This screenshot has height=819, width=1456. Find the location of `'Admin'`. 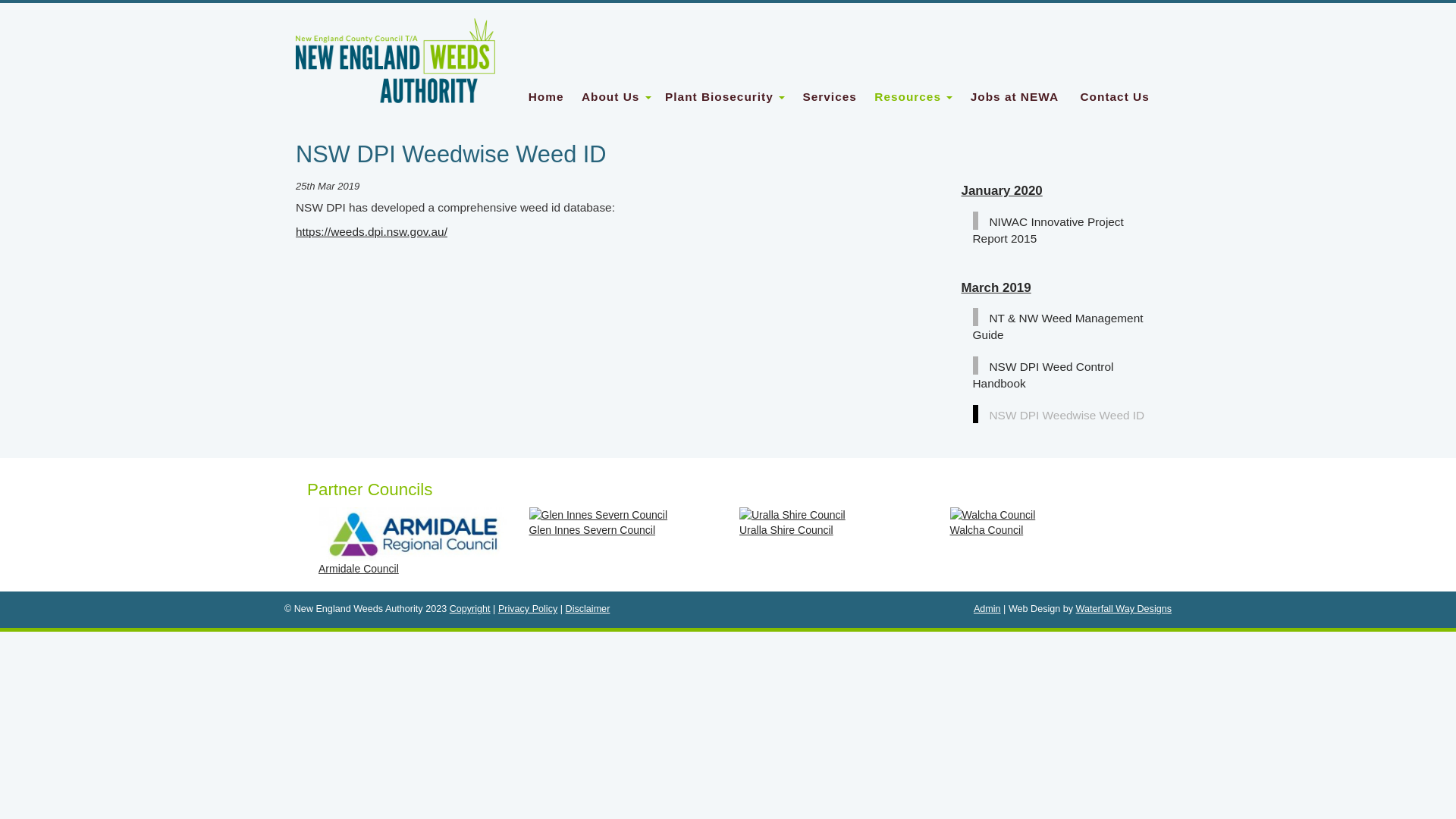

'Admin' is located at coordinates (987, 607).